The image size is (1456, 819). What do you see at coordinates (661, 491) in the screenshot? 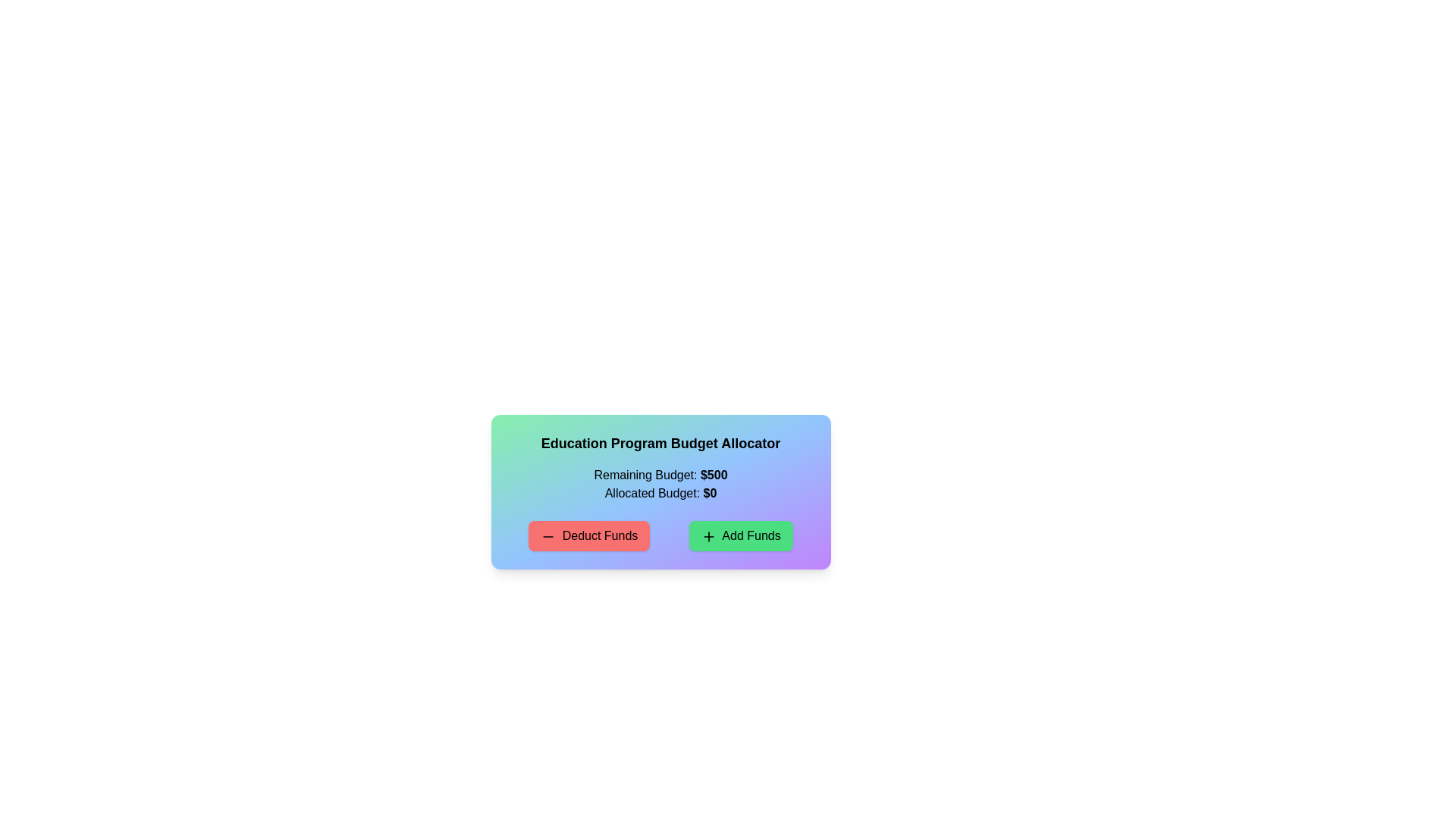
I see `the budget allocation panel` at bounding box center [661, 491].